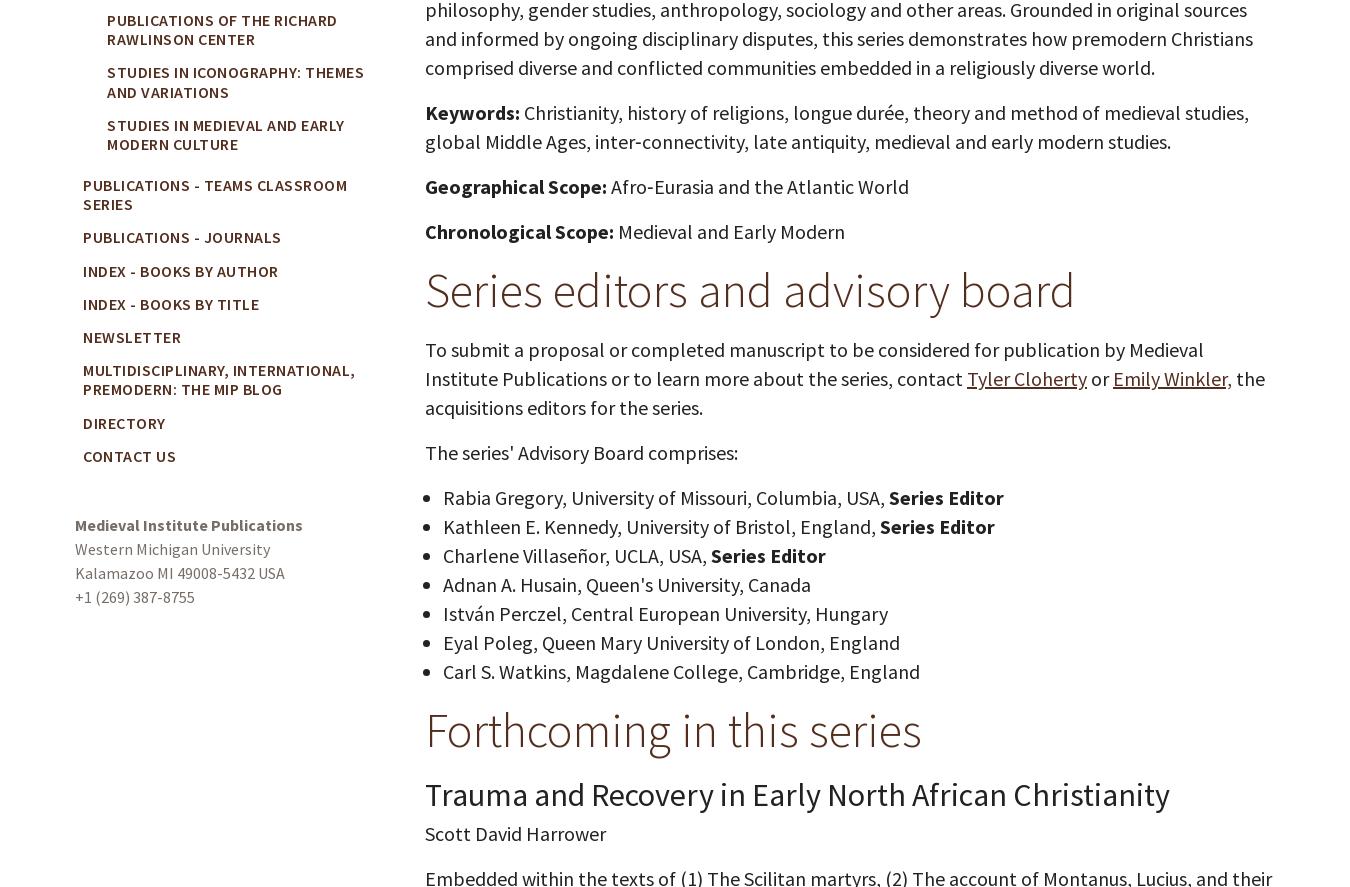 The width and height of the screenshot is (1350, 887). I want to click on 'the acquisitions editors for the series.', so click(424, 392).